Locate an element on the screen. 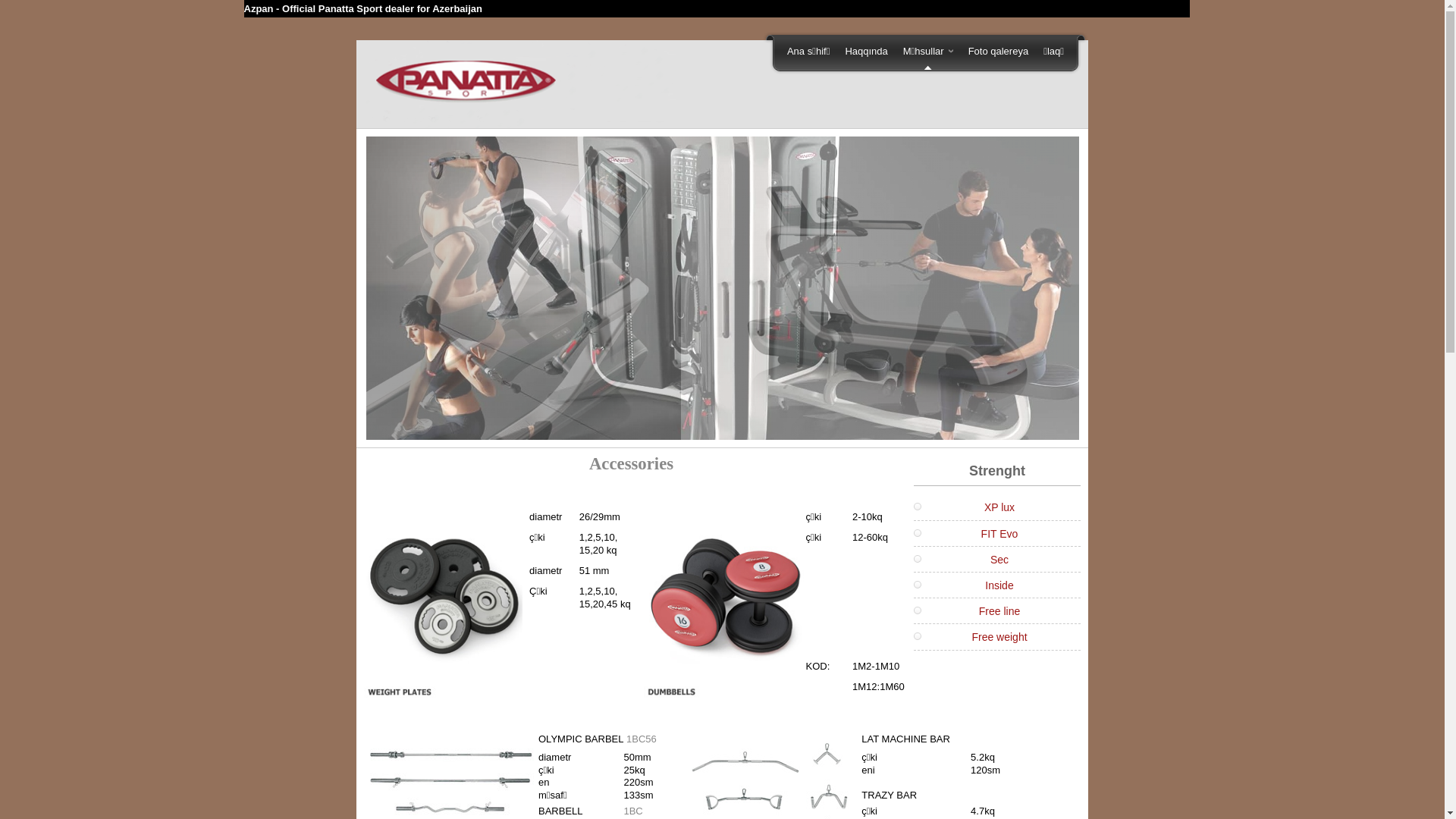  'Free weight' is located at coordinates (999, 637).